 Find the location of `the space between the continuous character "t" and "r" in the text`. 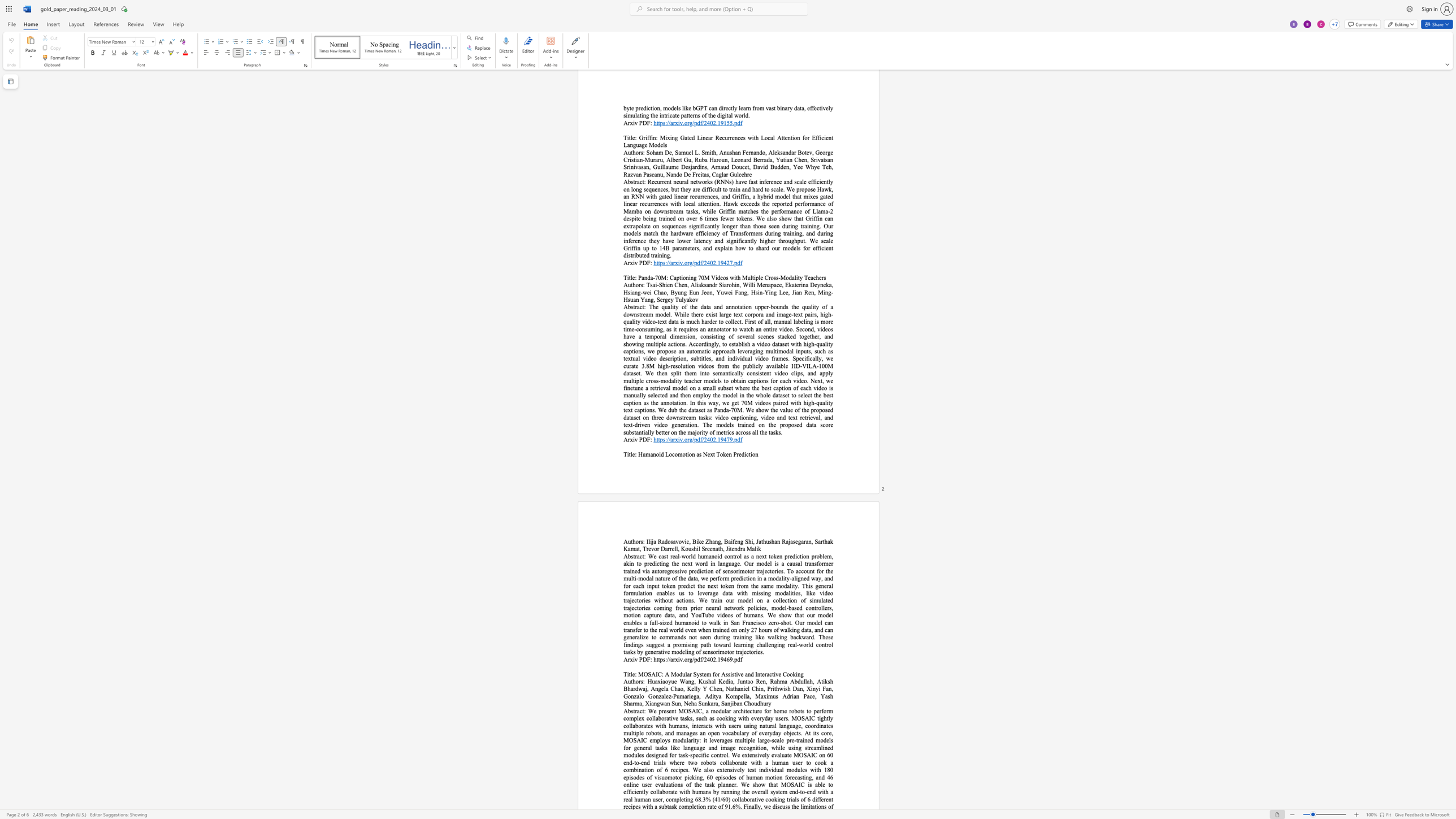

the space between the continuous character "t" and "r" in the text is located at coordinates (635, 710).